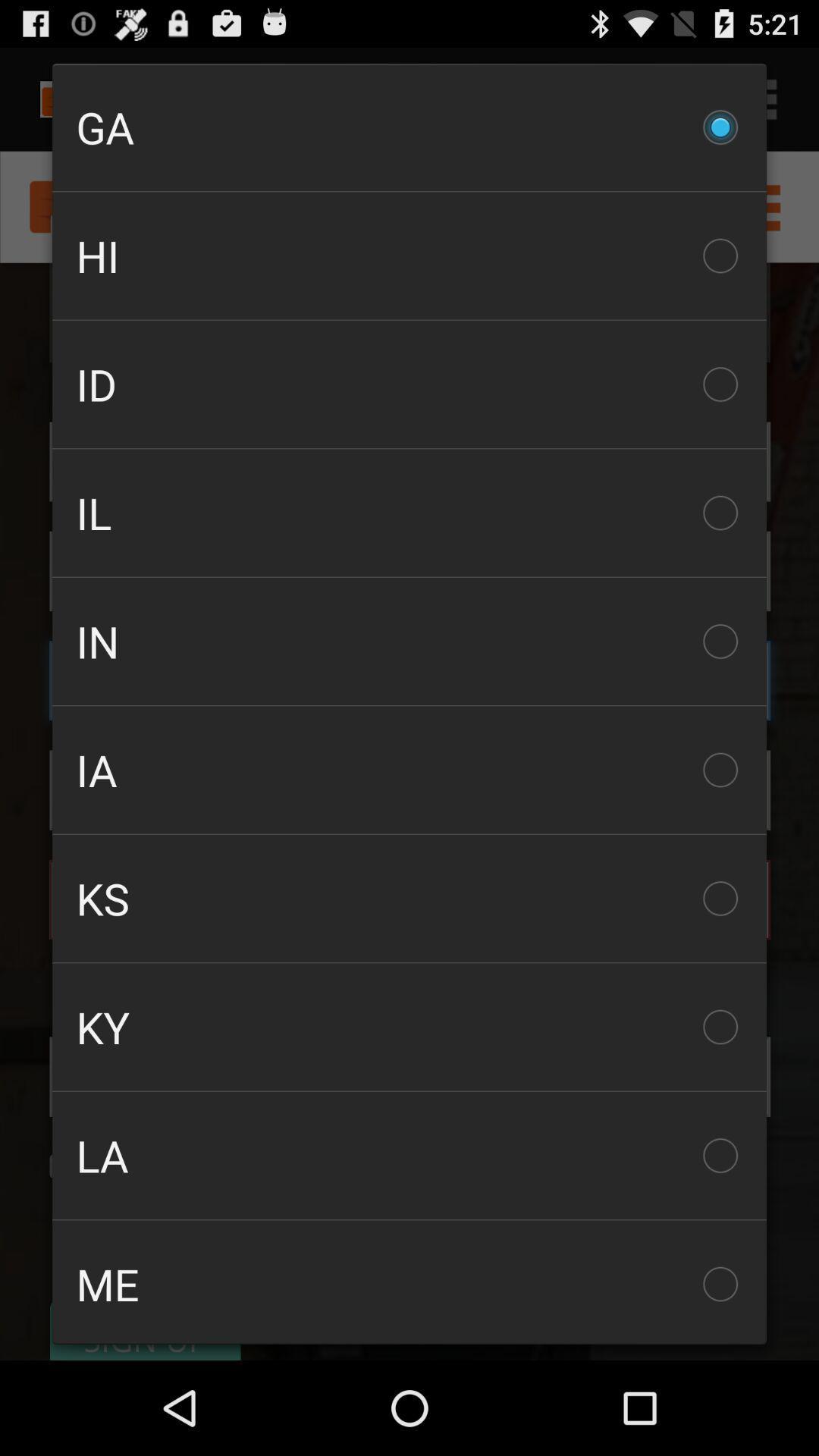 This screenshot has width=819, height=1456. What do you see at coordinates (409, 127) in the screenshot?
I see `the item above the hi checkbox` at bounding box center [409, 127].